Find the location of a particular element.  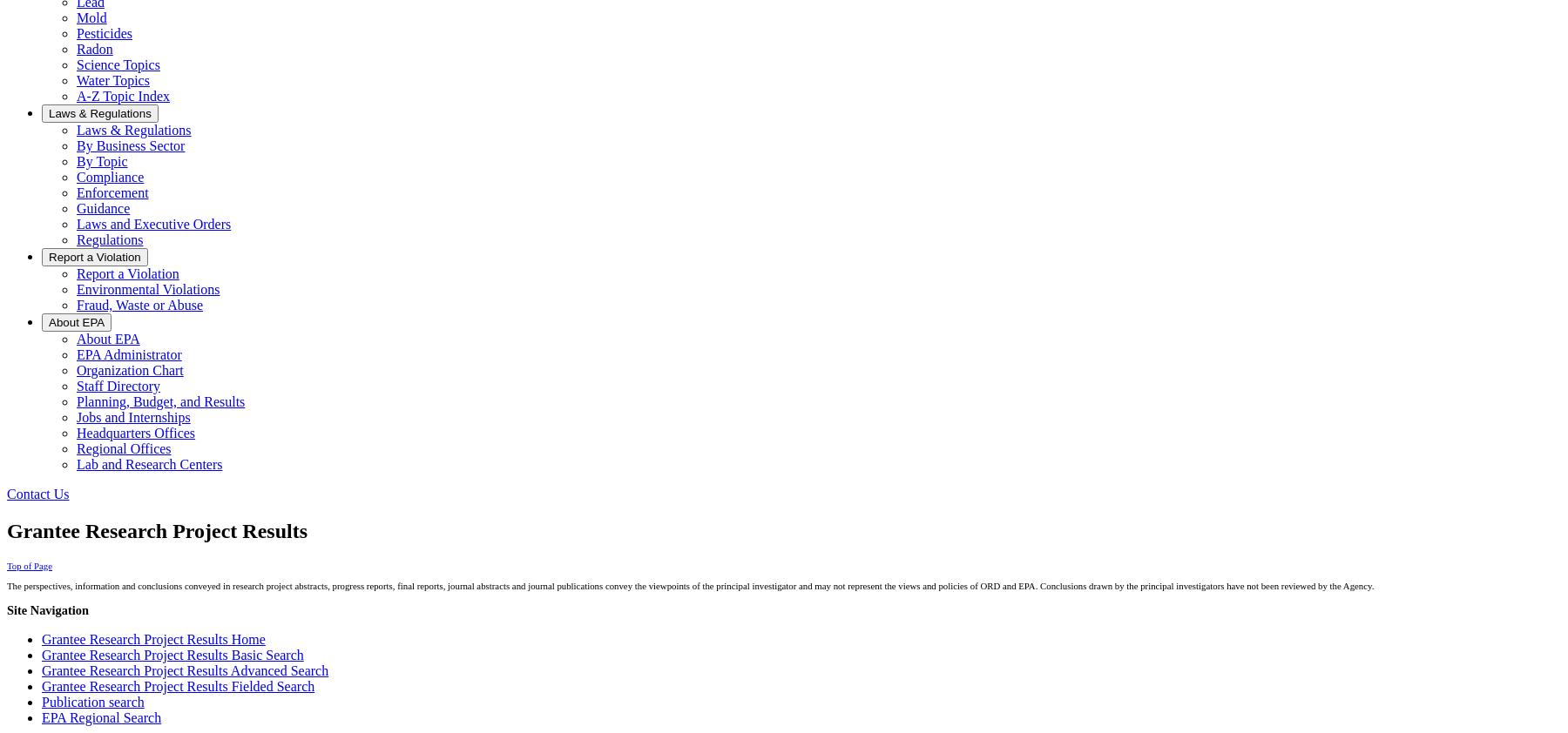

'Grantee Research Project Results Basic Search' is located at coordinates (41, 655).